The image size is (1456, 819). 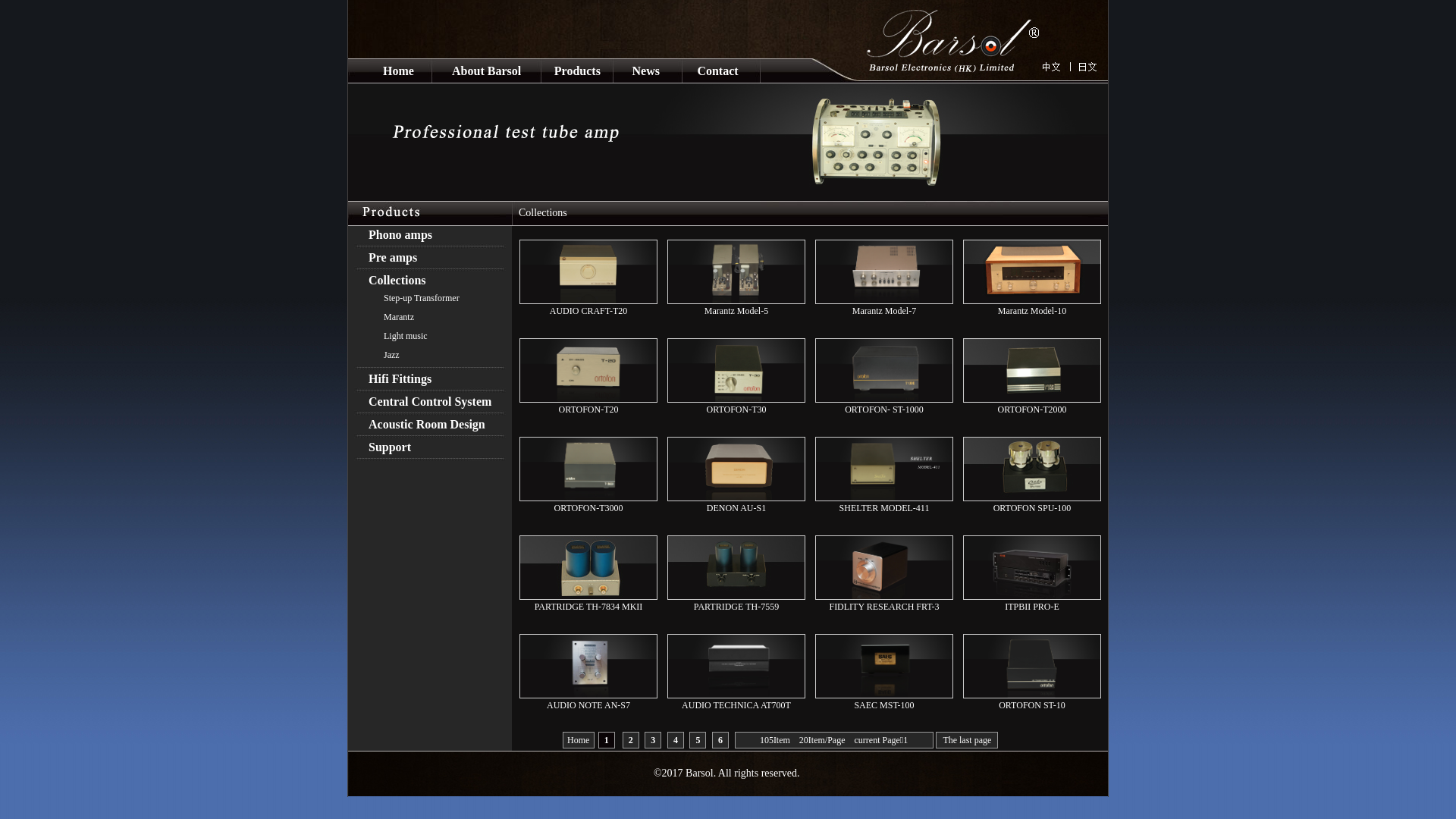 I want to click on '6', so click(x=720, y=739).